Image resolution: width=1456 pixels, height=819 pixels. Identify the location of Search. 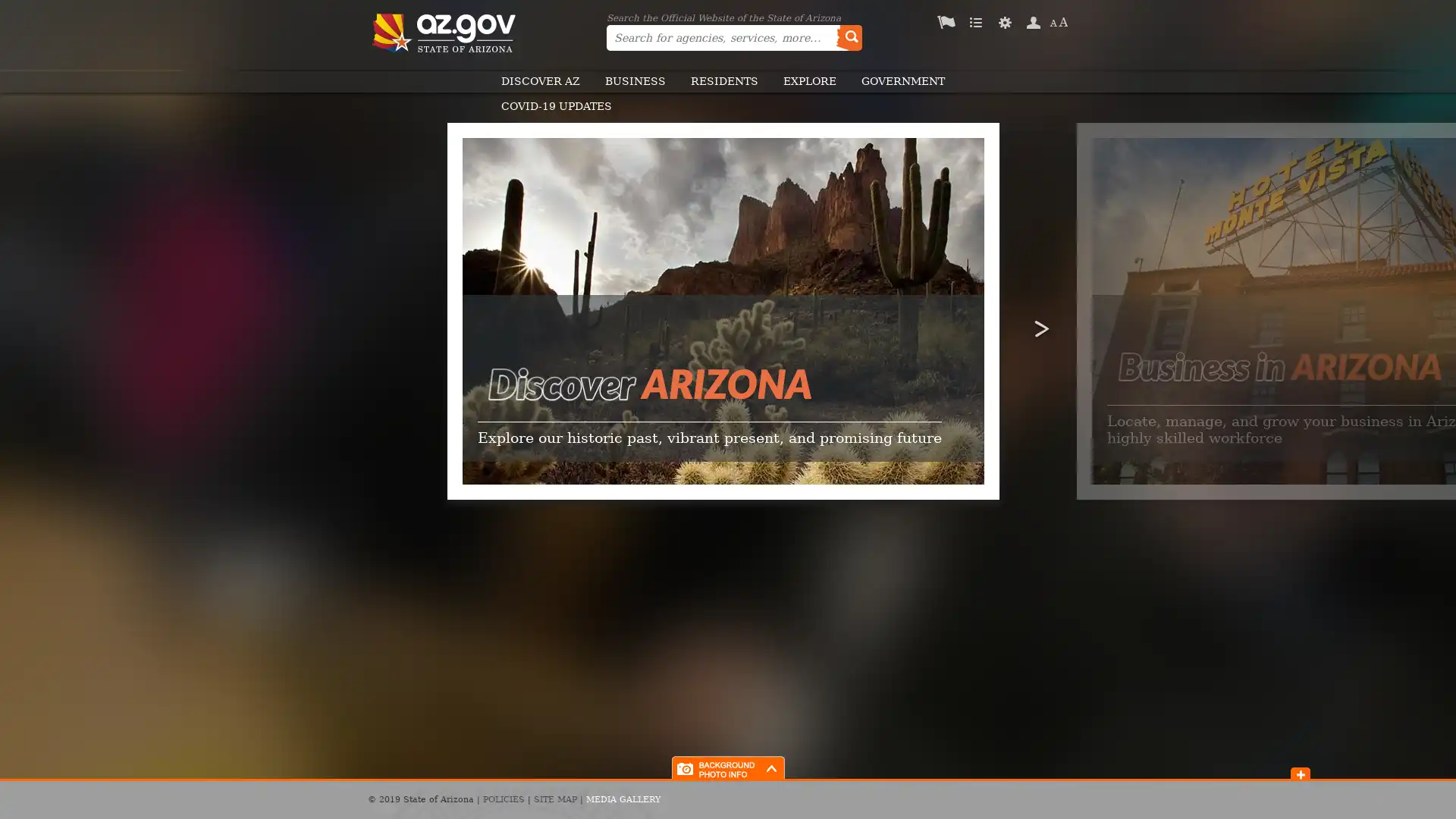
(848, 37).